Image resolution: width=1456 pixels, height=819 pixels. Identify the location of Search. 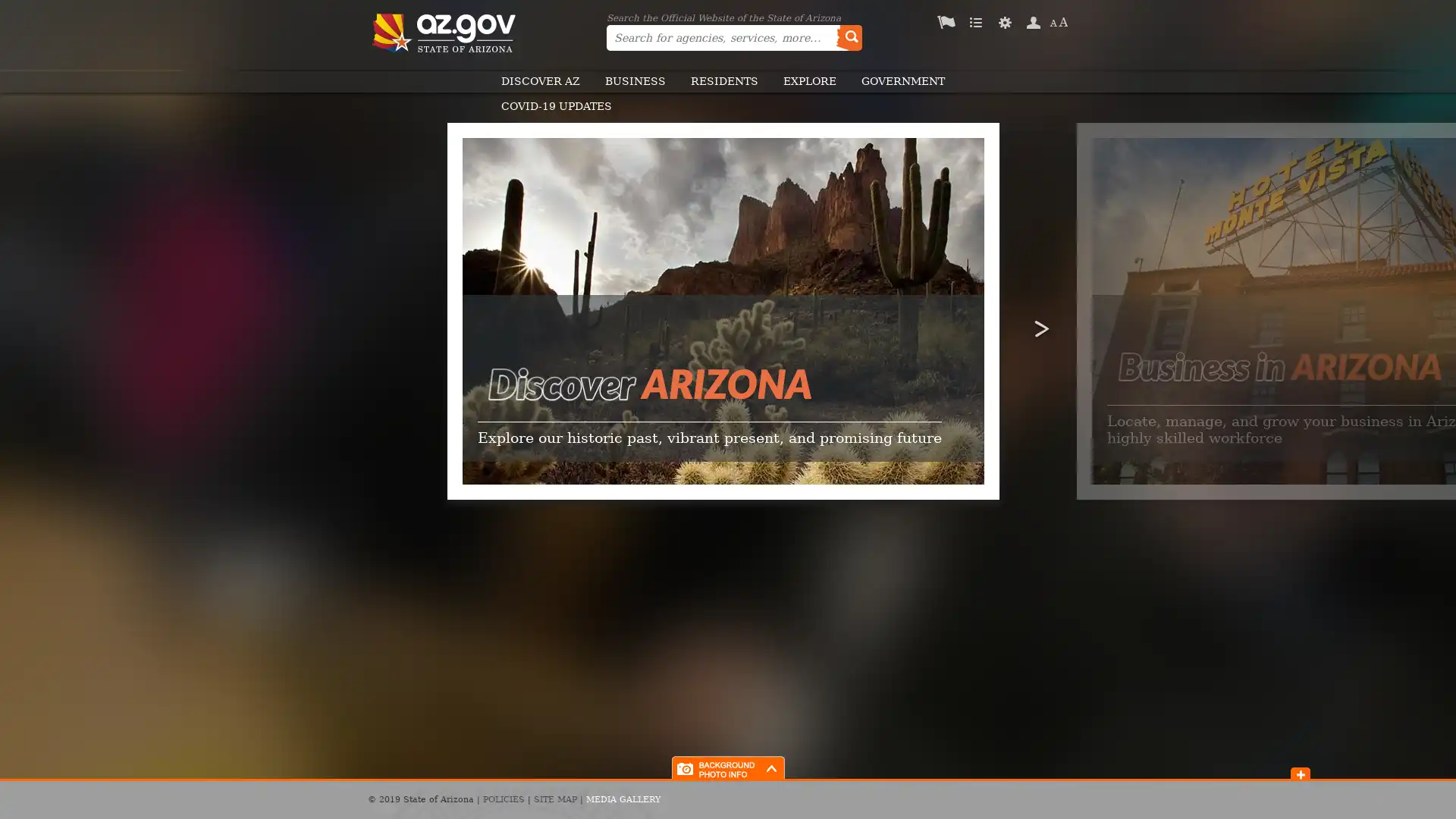
(848, 37).